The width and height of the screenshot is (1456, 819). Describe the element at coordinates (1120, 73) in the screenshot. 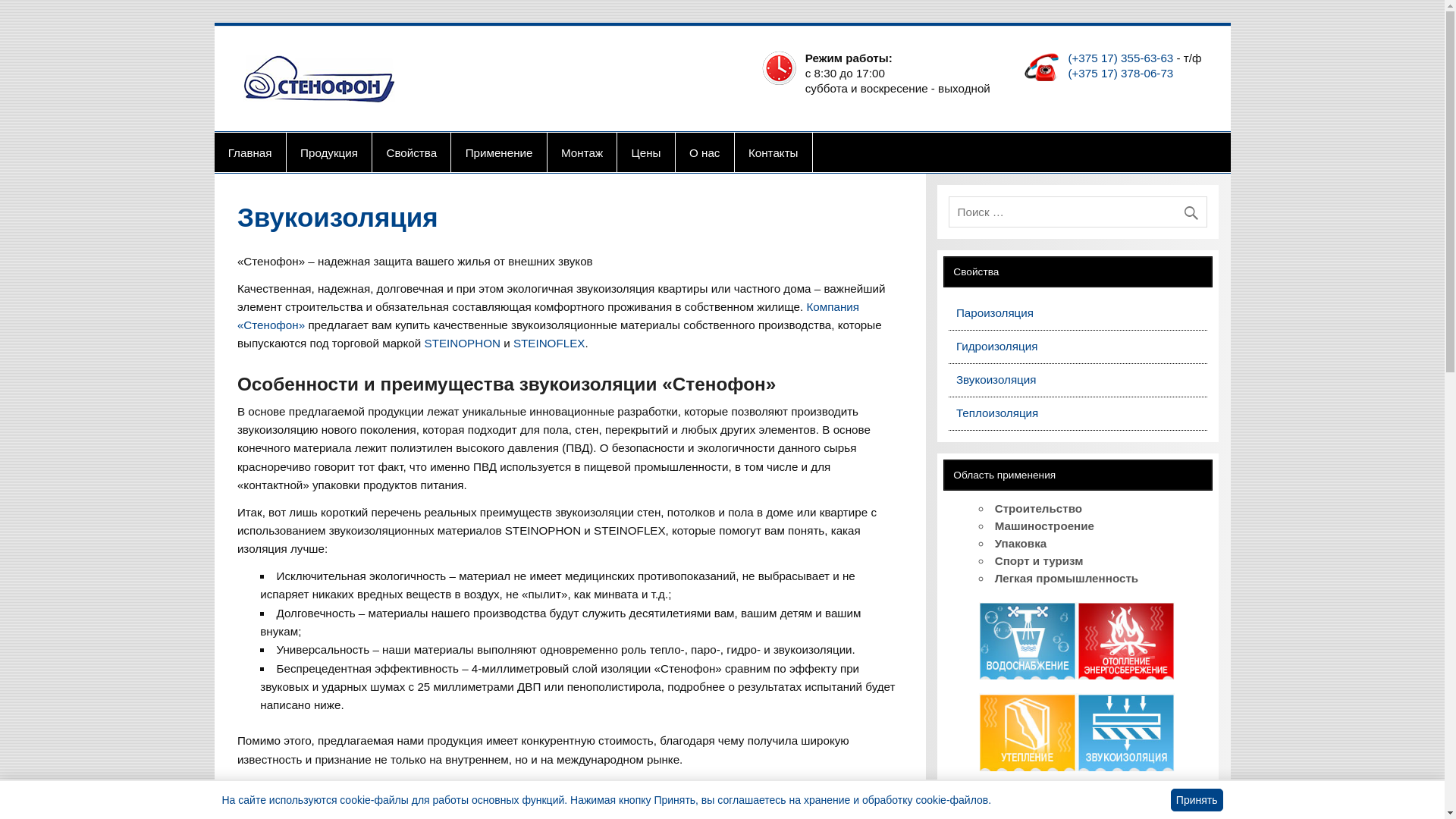

I see `'(+375 17) 378-06-73'` at that location.